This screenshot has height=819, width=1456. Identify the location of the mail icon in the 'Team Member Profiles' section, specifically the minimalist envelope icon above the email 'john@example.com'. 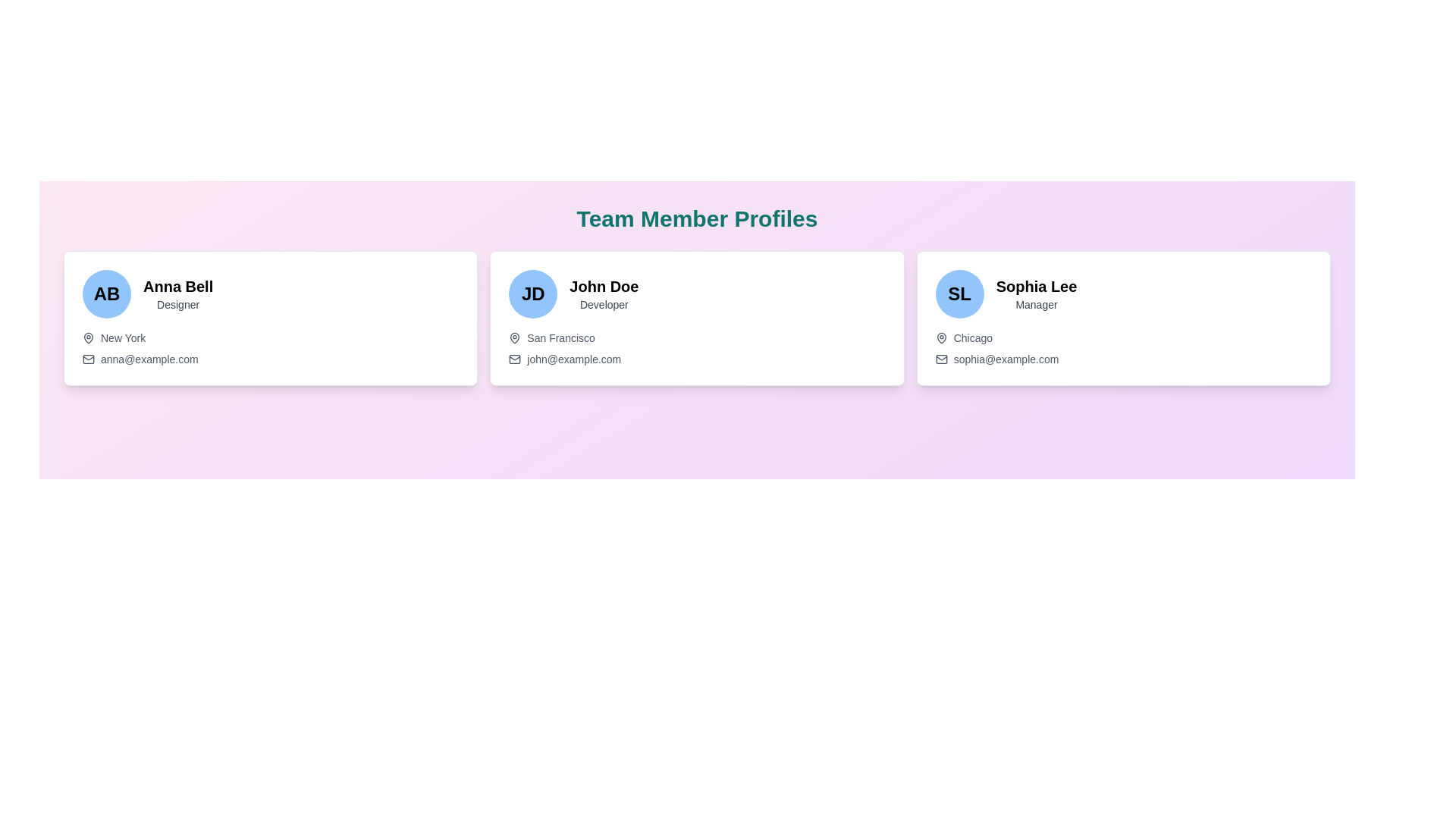
(515, 359).